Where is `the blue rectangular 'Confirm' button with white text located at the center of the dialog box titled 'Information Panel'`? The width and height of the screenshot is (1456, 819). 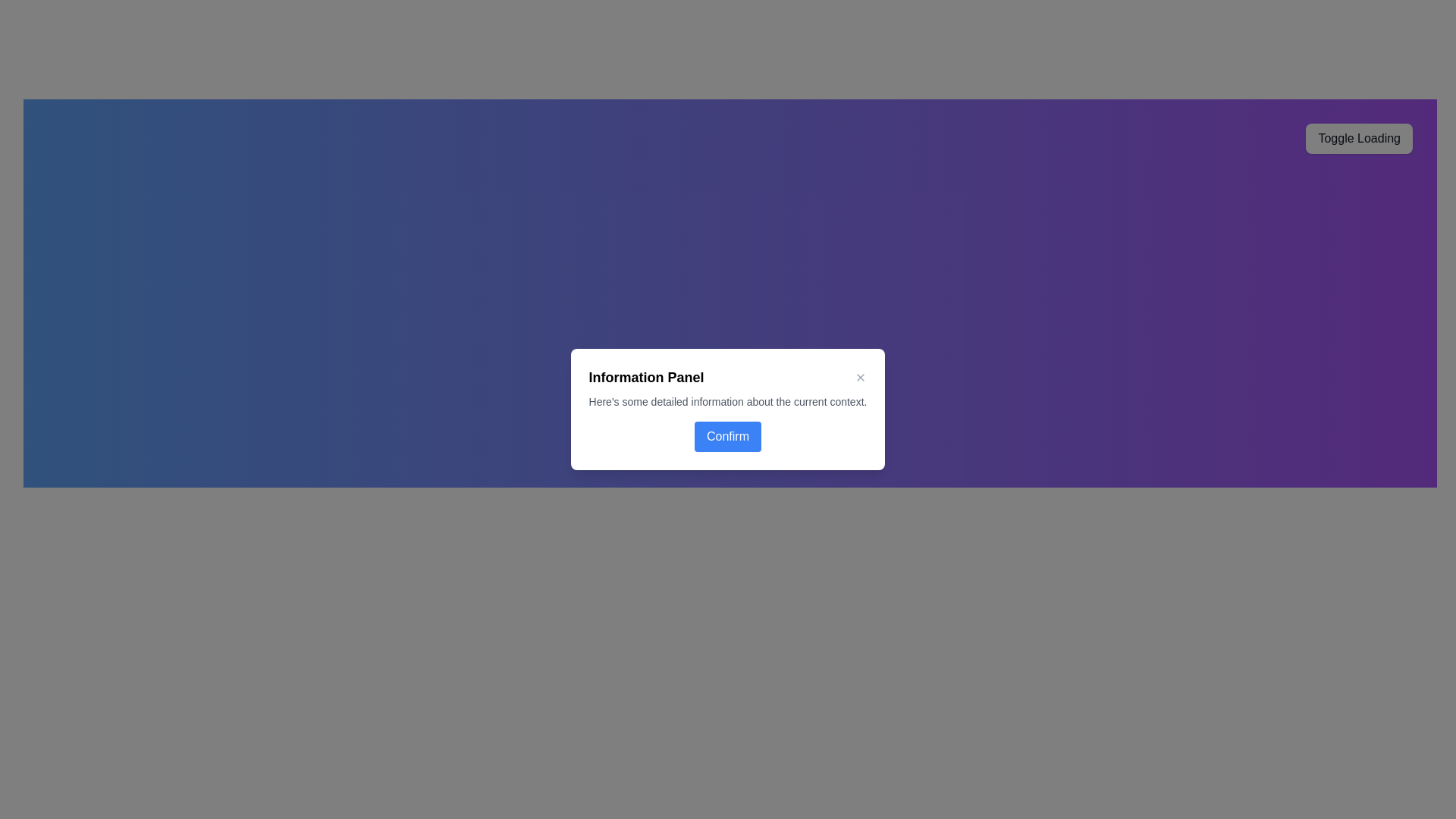 the blue rectangular 'Confirm' button with white text located at the center of the dialog box titled 'Information Panel' is located at coordinates (728, 436).